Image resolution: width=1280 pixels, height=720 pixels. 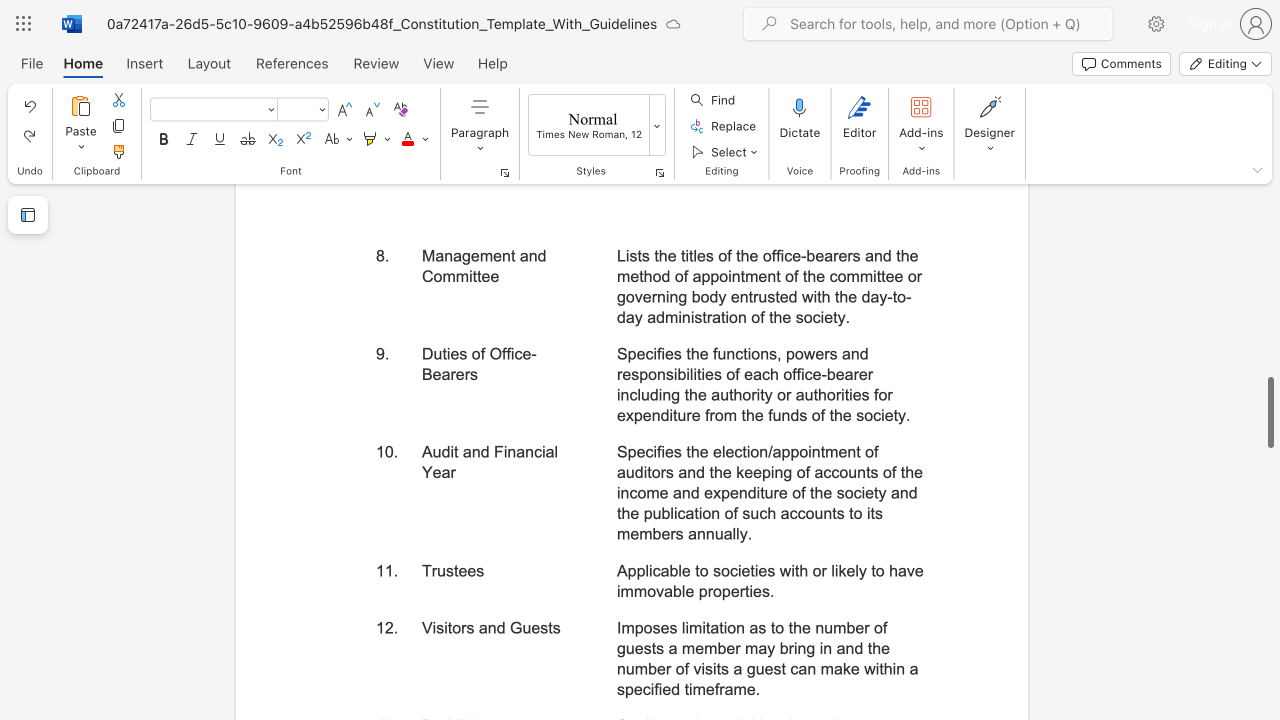 I want to click on the subset text "ea" within the text "Audit and Financial Year", so click(x=431, y=472).